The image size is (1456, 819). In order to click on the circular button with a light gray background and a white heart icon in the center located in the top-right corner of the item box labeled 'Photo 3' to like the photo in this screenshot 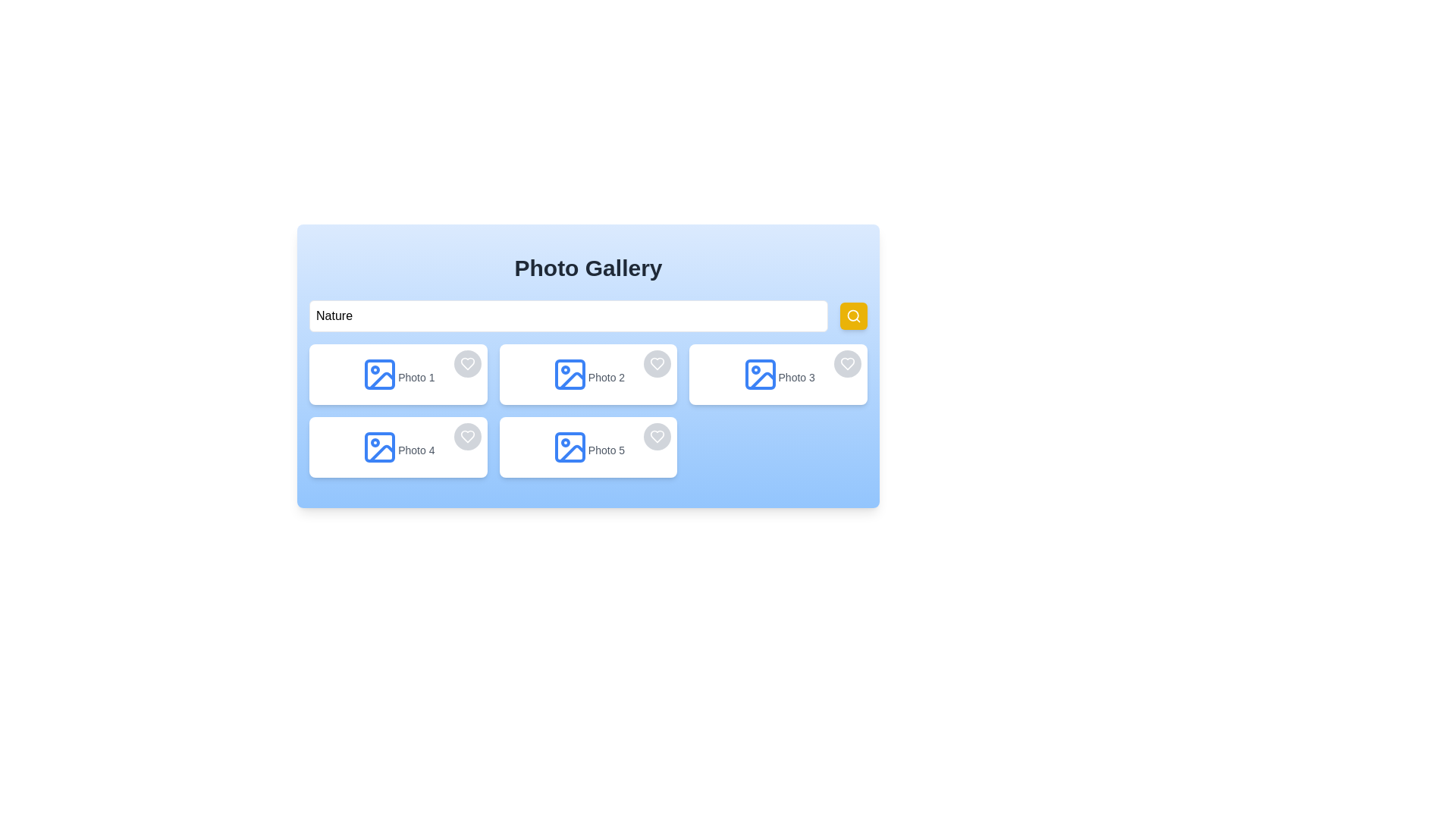, I will do `click(847, 363)`.